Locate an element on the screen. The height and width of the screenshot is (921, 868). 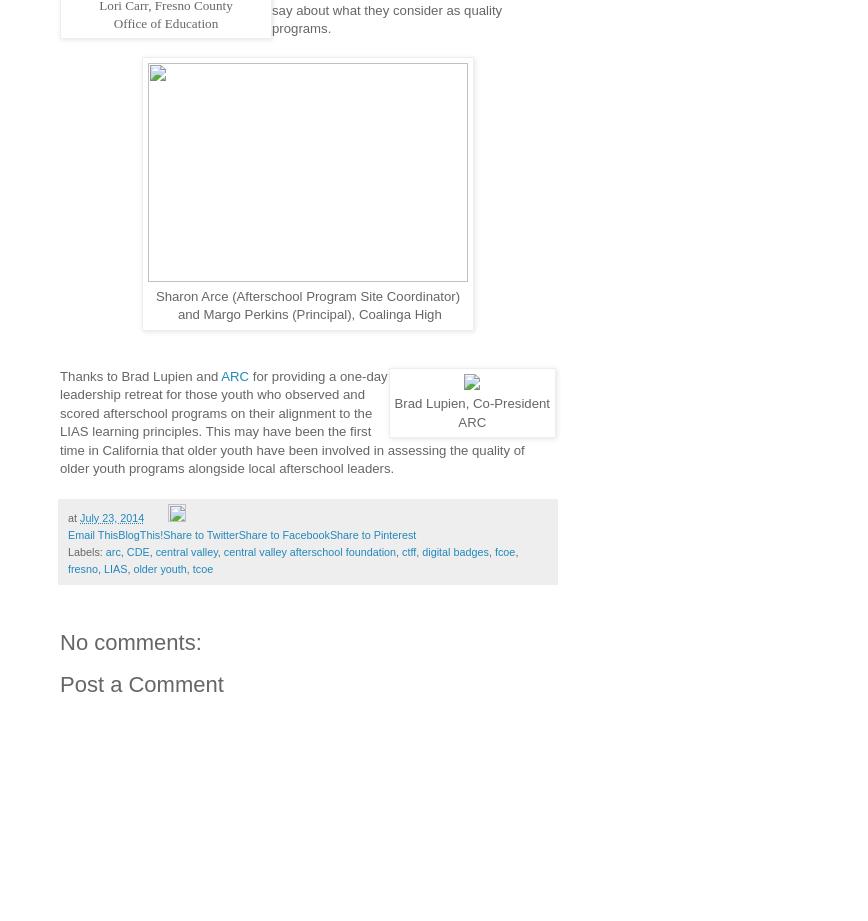
'CDE' is located at coordinates (137, 550).